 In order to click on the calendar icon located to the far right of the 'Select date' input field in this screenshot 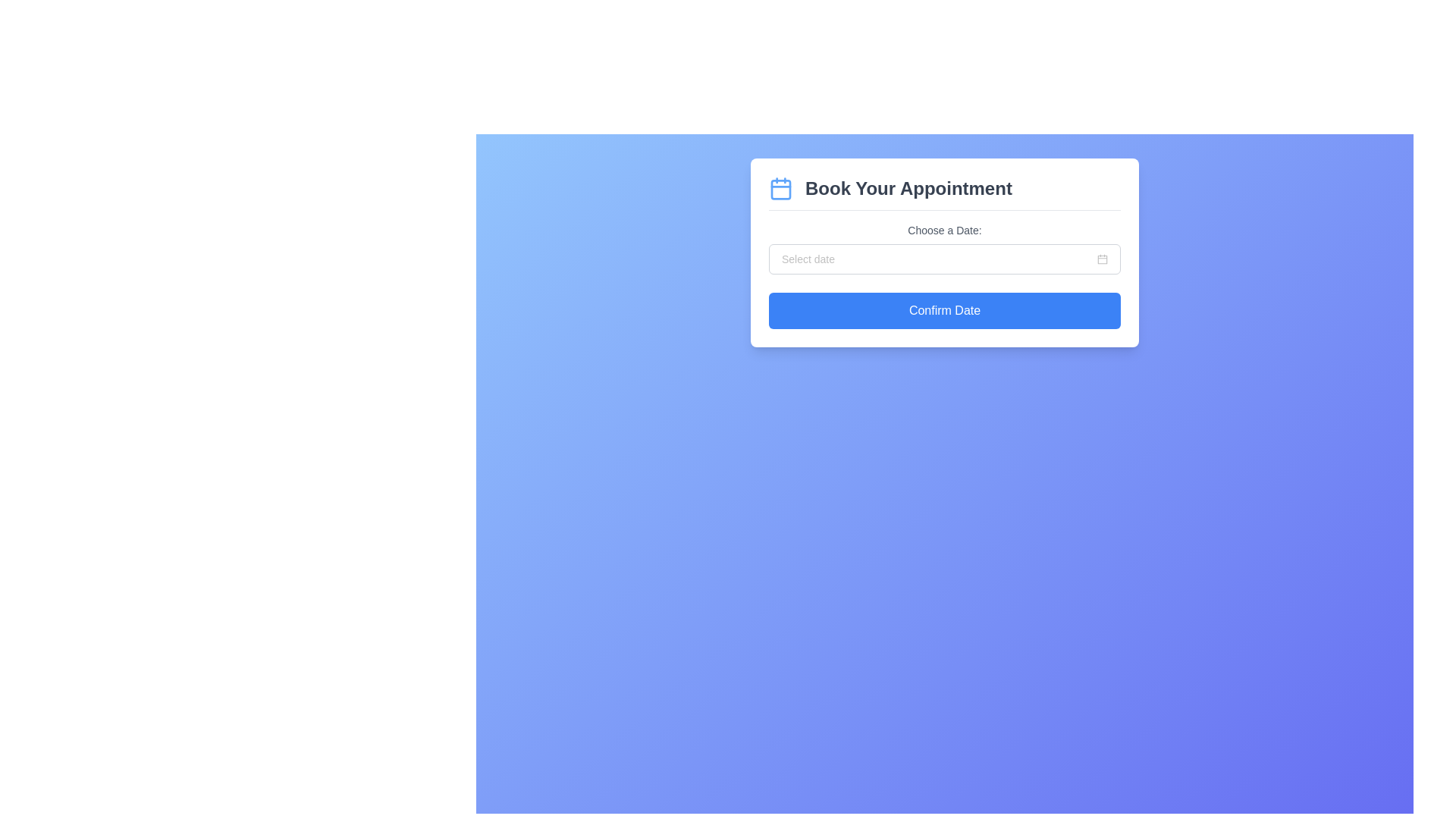, I will do `click(1103, 259)`.